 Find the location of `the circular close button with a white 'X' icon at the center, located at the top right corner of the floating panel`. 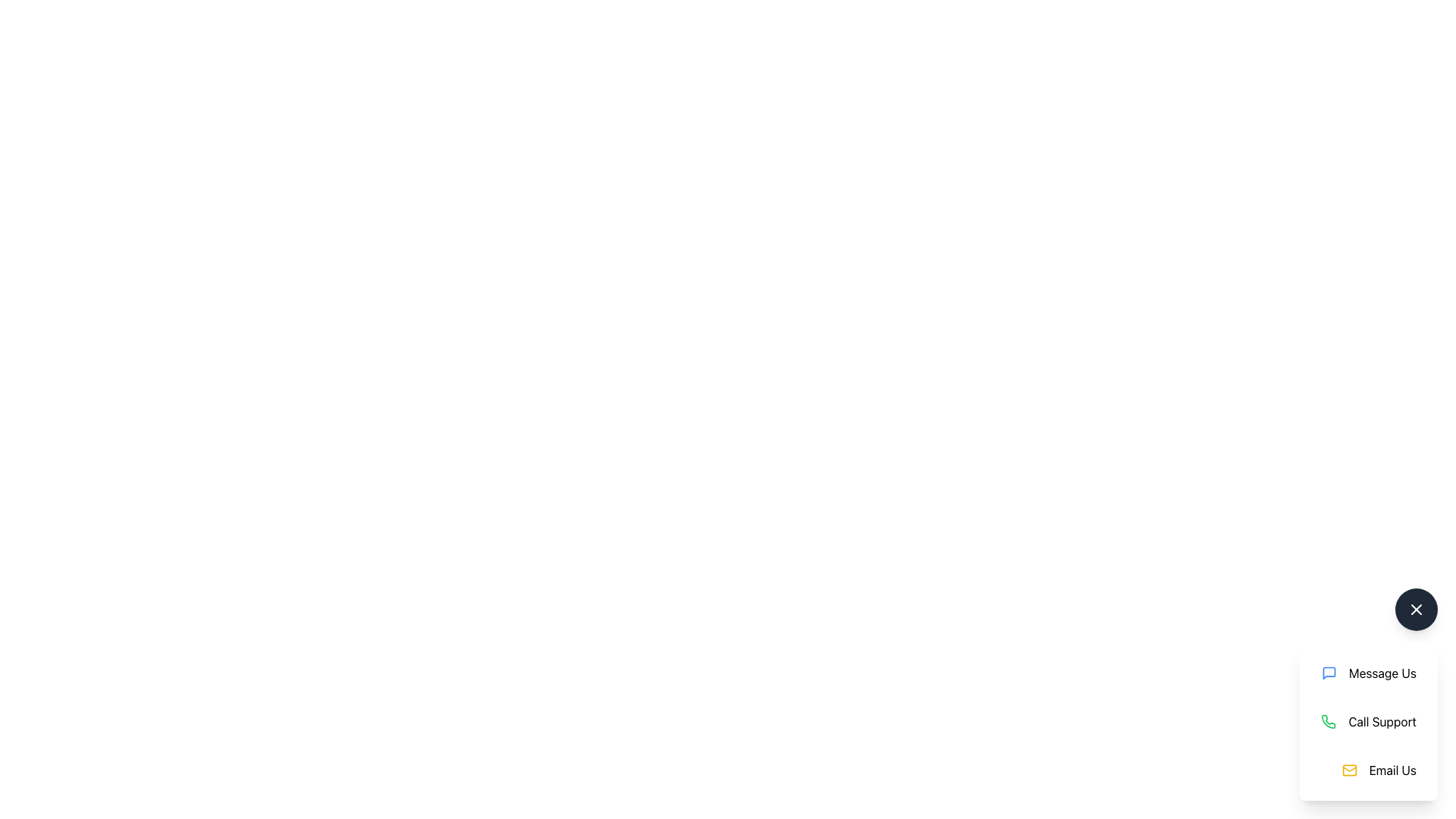

the circular close button with a white 'X' icon at the center, located at the top right corner of the floating panel is located at coordinates (1415, 608).